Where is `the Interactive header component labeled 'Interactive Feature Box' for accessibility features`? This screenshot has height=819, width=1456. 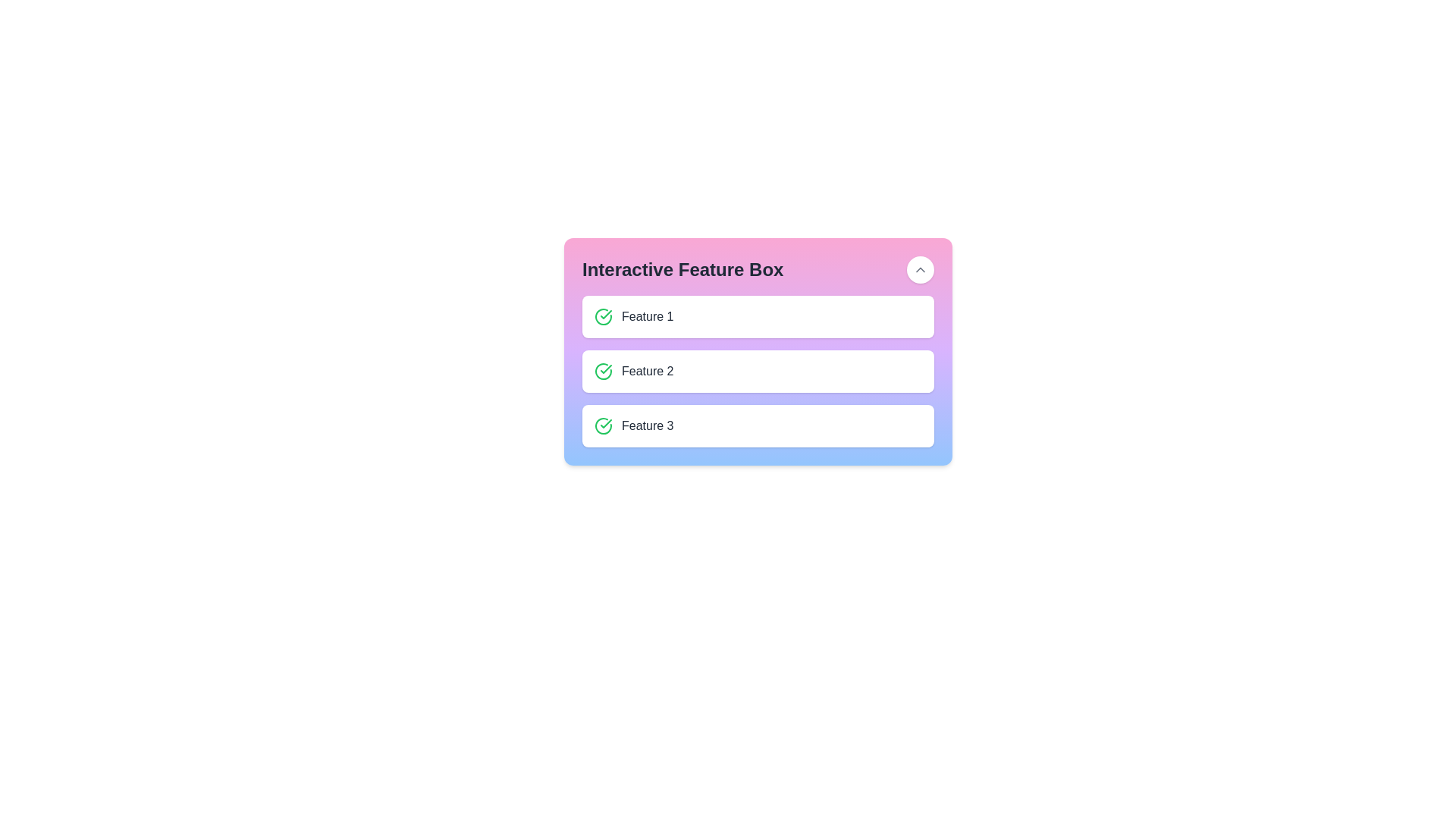 the Interactive header component labeled 'Interactive Feature Box' for accessibility features is located at coordinates (758, 268).